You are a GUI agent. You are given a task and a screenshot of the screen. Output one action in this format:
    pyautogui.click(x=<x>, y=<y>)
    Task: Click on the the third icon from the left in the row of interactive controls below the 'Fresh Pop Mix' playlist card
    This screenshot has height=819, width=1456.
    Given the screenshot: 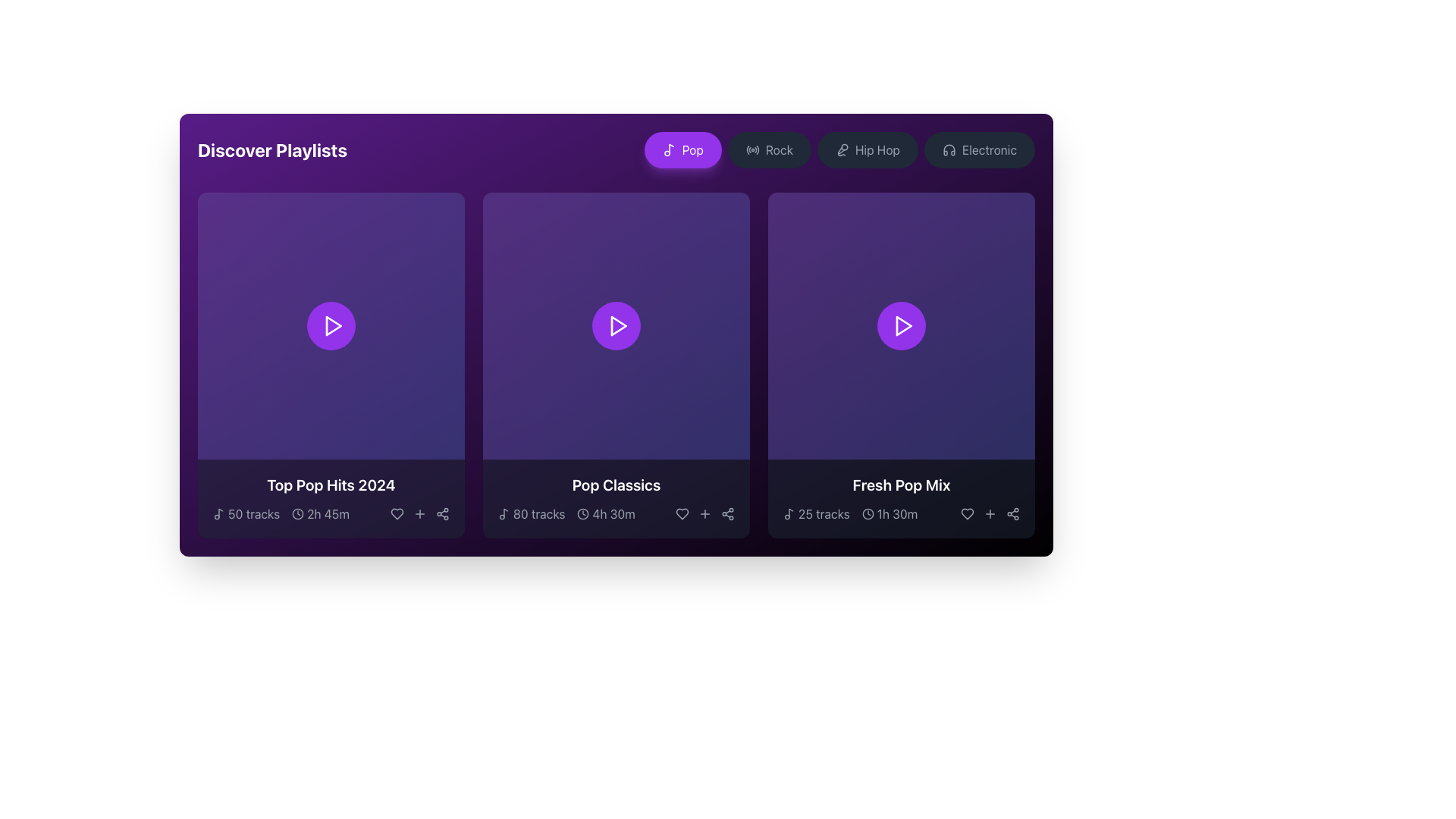 What is the action you would take?
    pyautogui.click(x=990, y=513)
    